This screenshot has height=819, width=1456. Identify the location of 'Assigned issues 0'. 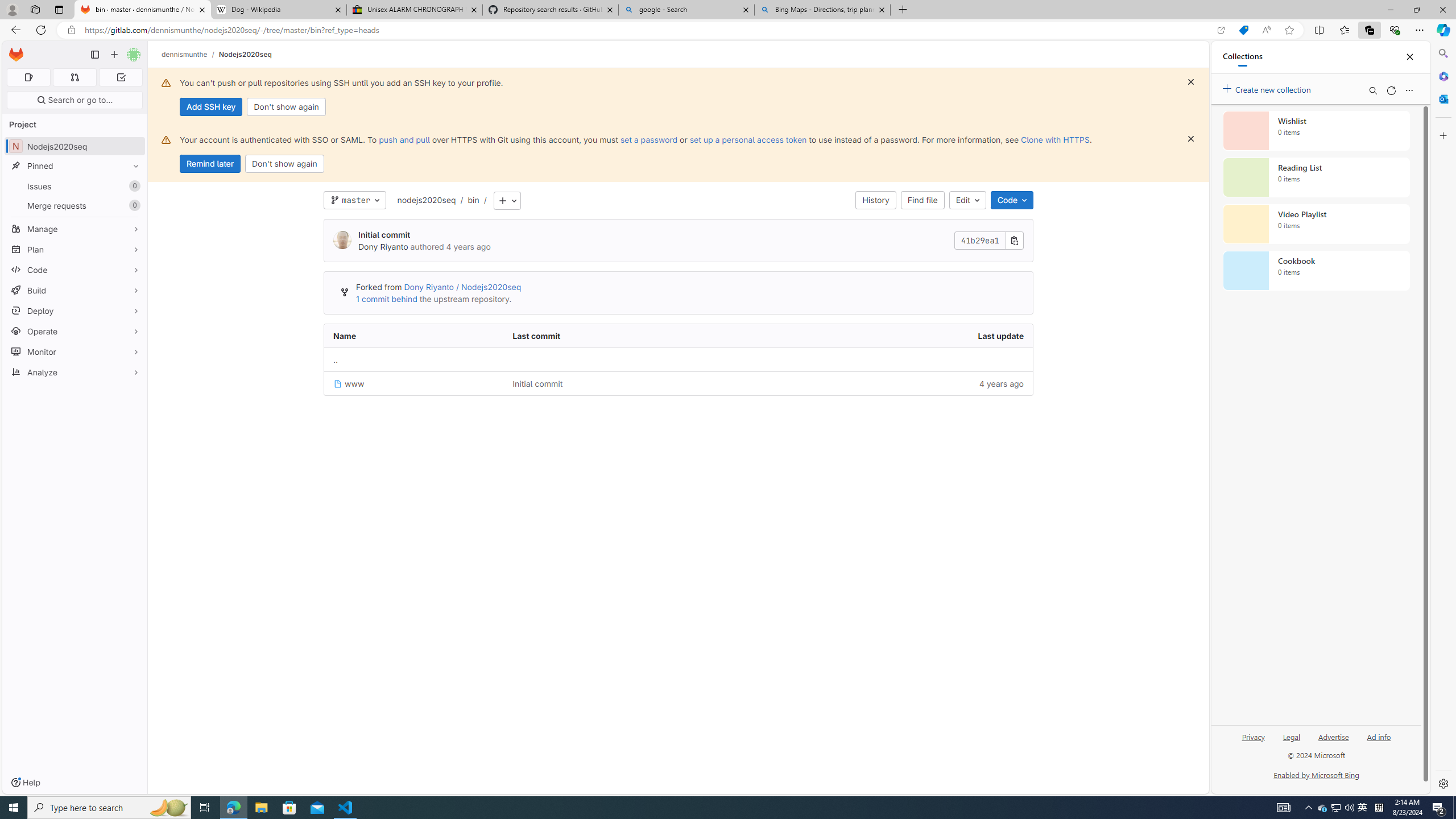
(28, 77).